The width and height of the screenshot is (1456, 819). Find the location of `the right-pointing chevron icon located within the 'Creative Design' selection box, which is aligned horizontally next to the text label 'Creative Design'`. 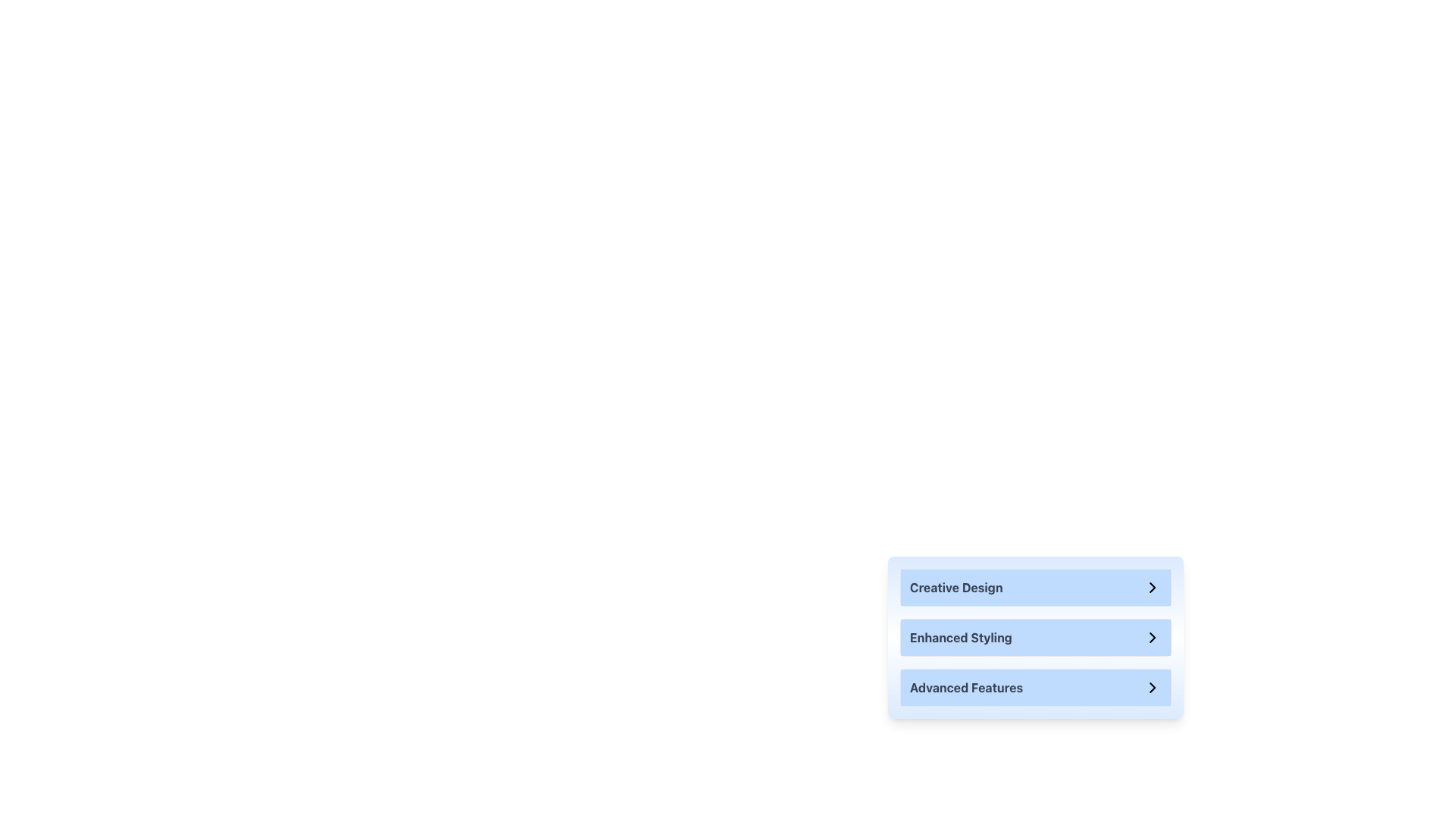

the right-pointing chevron icon located within the 'Creative Design' selection box, which is aligned horizontally next to the text label 'Creative Design' is located at coordinates (1153, 587).